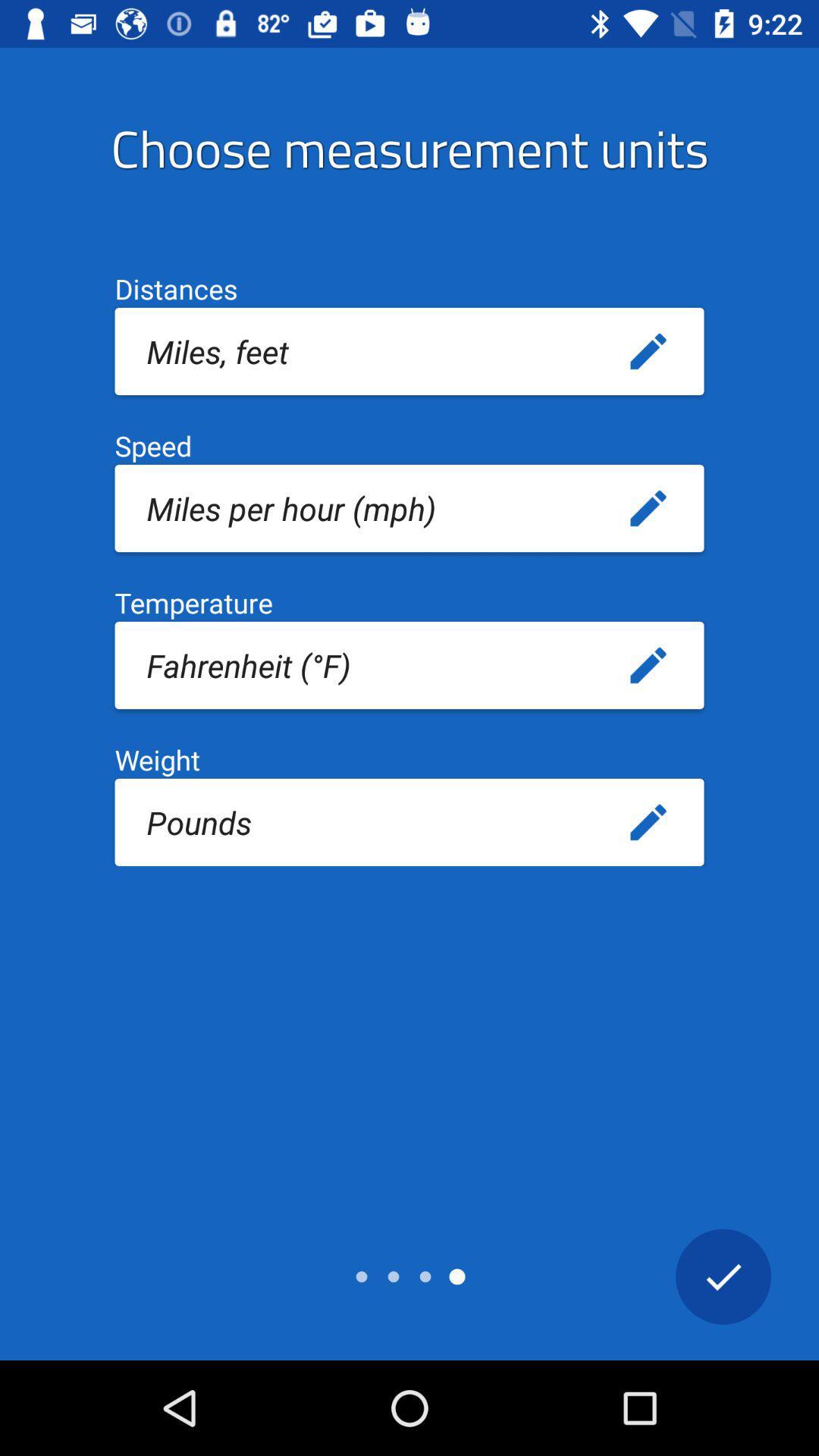 The width and height of the screenshot is (819, 1456). Describe the element at coordinates (722, 1276) in the screenshot. I see `the option of tick` at that location.